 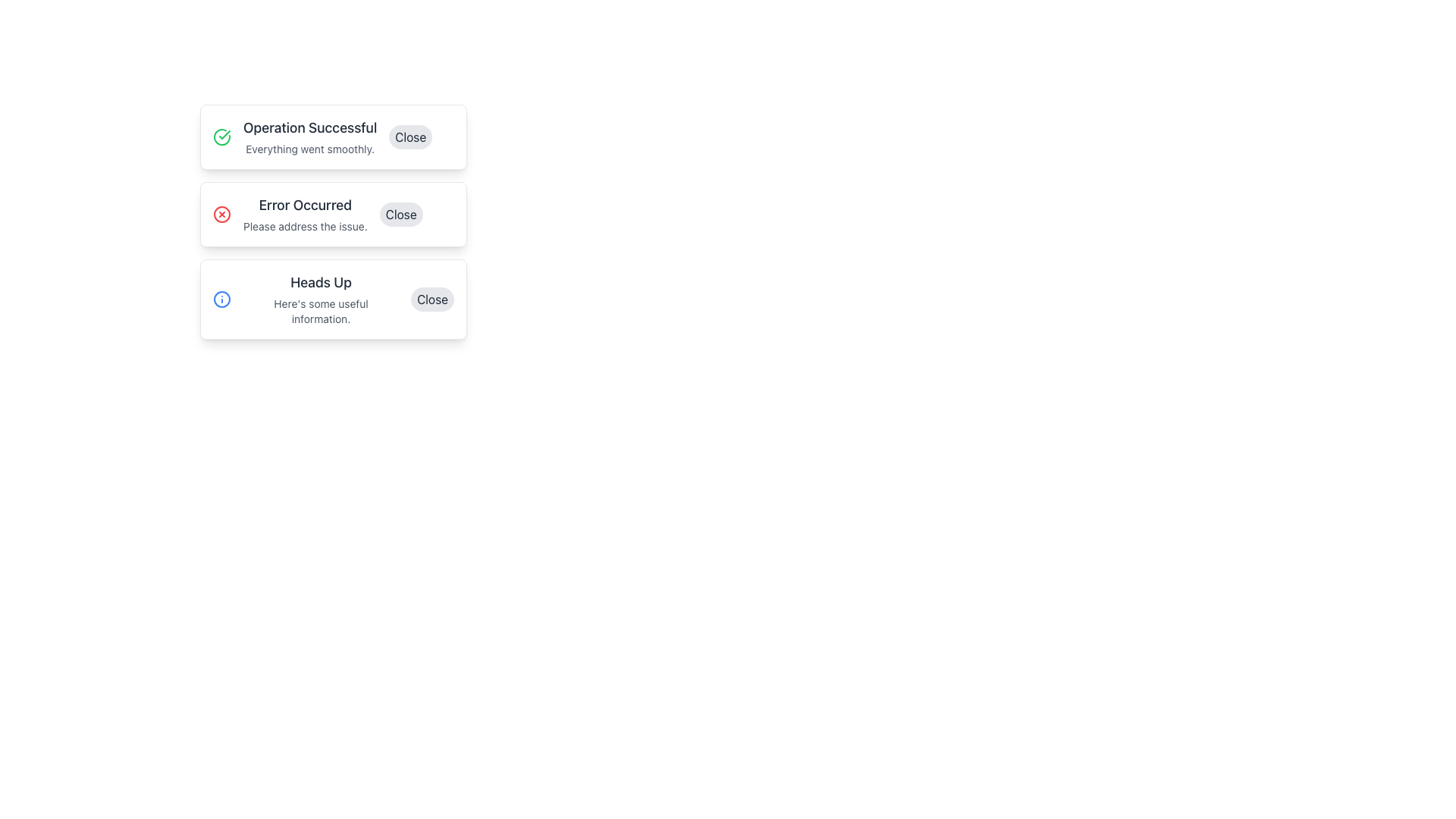 What do you see at coordinates (333, 137) in the screenshot?
I see `the first notification card that conveys a success message, located at the top of the stacked cards, to observe any hover effect` at bounding box center [333, 137].